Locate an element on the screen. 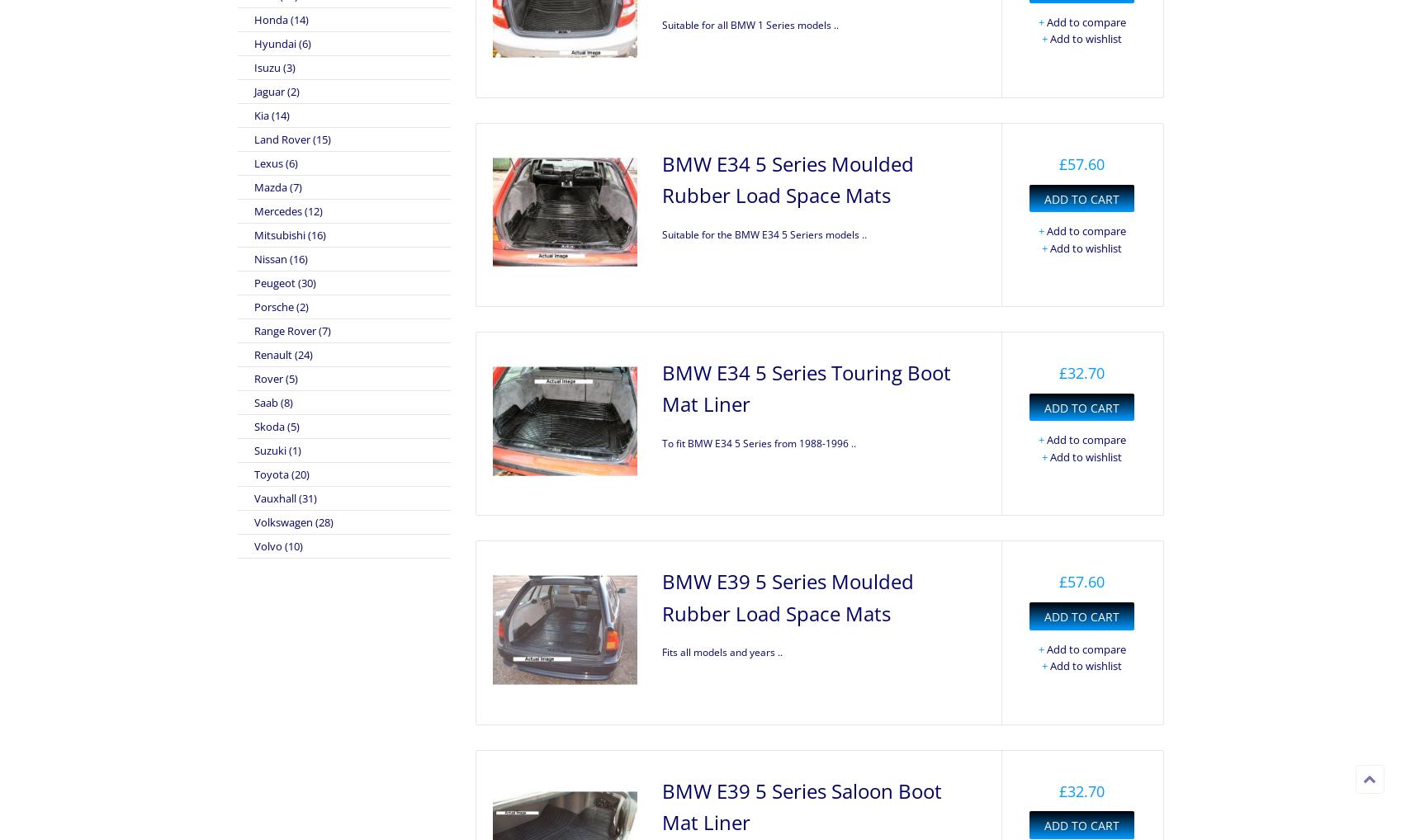  'Saab (8)' is located at coordinates (272, 403).